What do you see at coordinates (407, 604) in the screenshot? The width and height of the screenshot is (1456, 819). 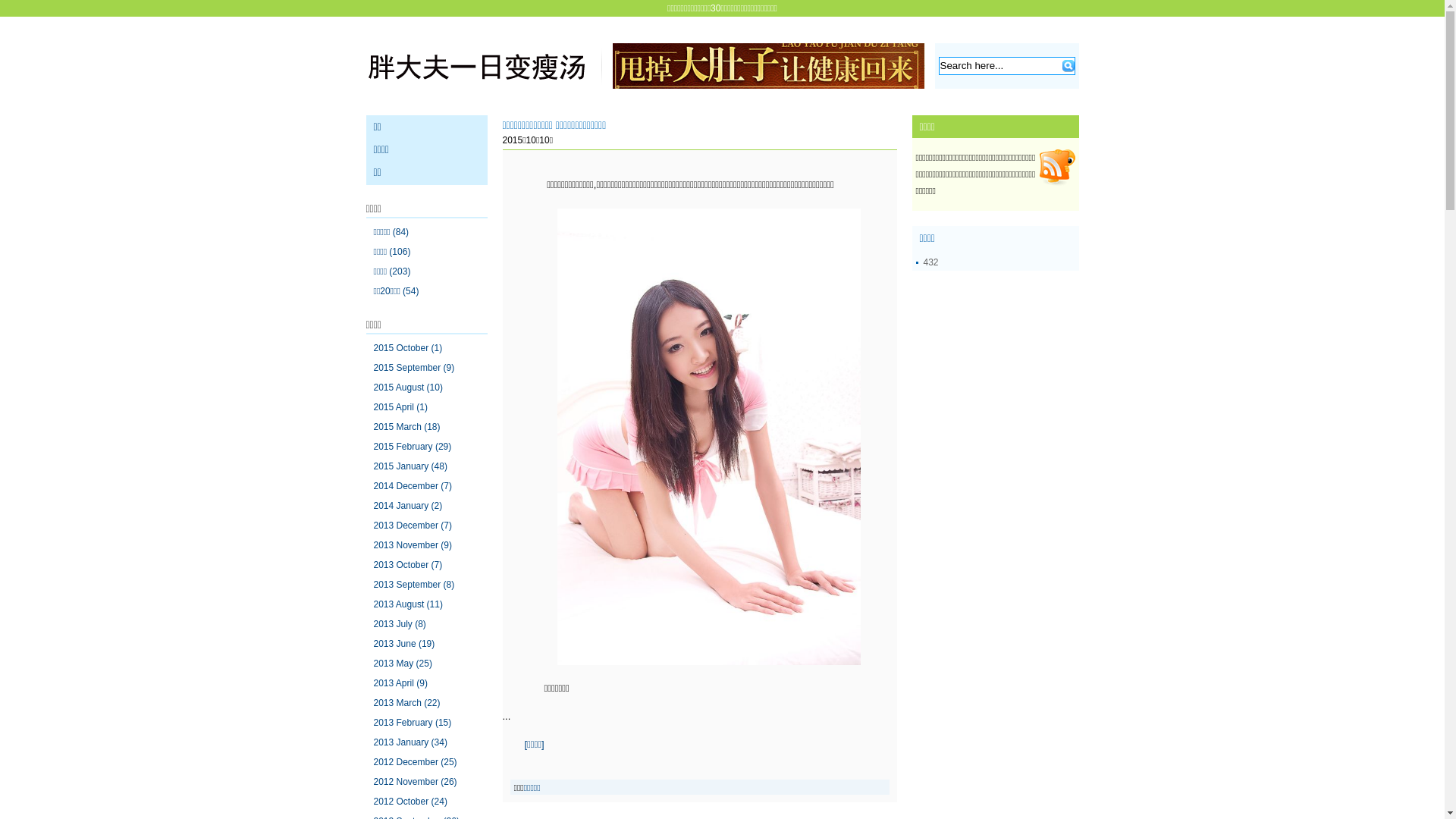 I see `'2013 August (11)'` at bounding box center [407, 604].